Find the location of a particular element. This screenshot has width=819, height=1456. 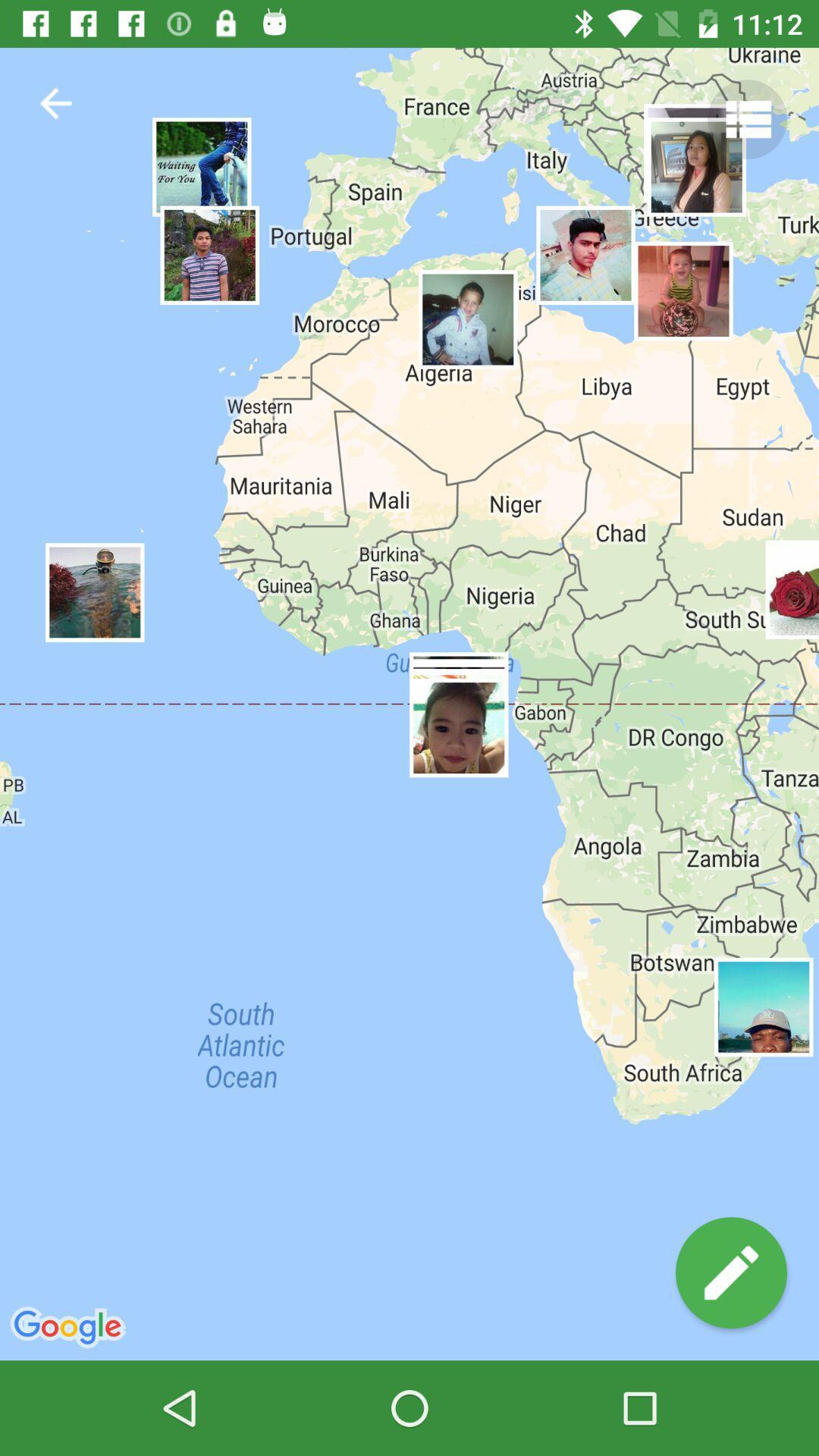

previous is located at coordinates (55, 102).